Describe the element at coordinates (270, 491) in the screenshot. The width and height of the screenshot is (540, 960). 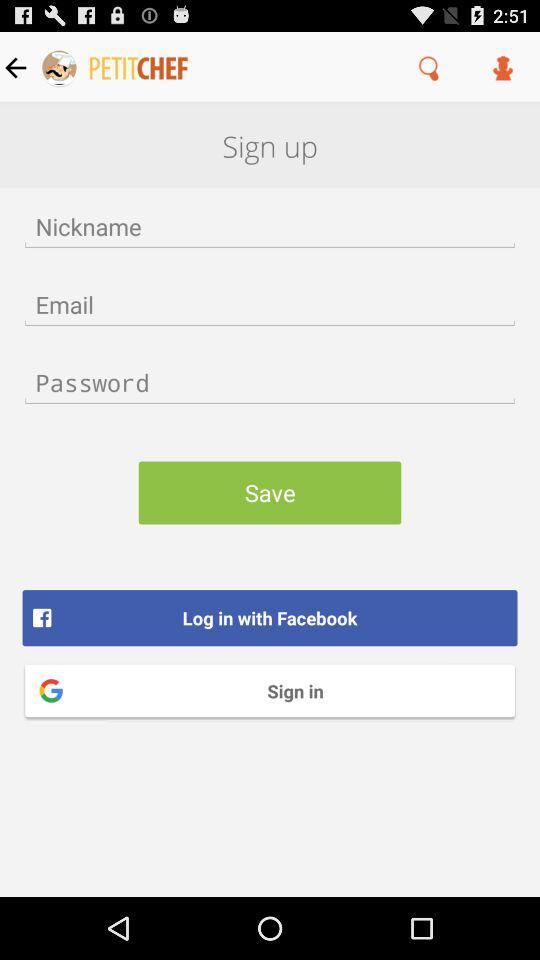
I see `the save item` at that location.